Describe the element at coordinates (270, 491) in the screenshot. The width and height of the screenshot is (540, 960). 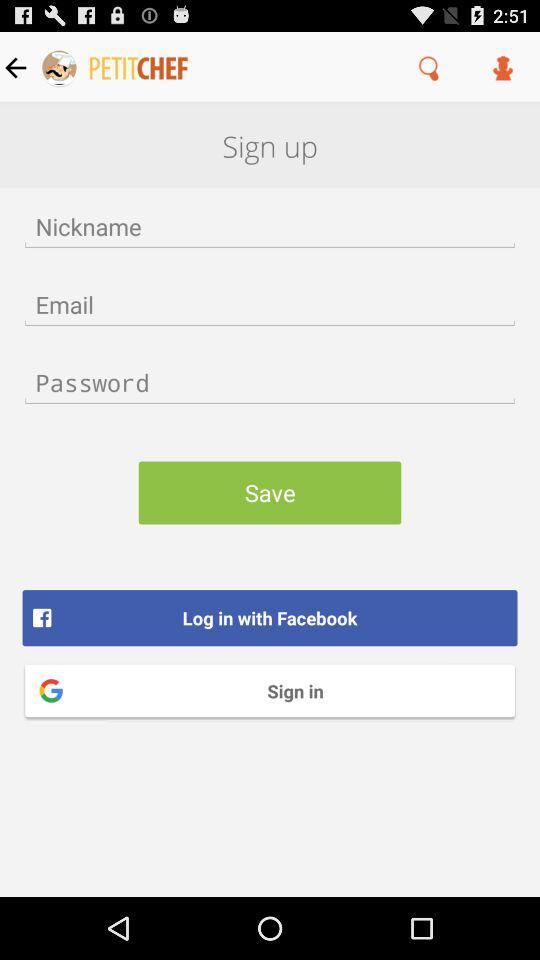
I see `the save item` at that location.